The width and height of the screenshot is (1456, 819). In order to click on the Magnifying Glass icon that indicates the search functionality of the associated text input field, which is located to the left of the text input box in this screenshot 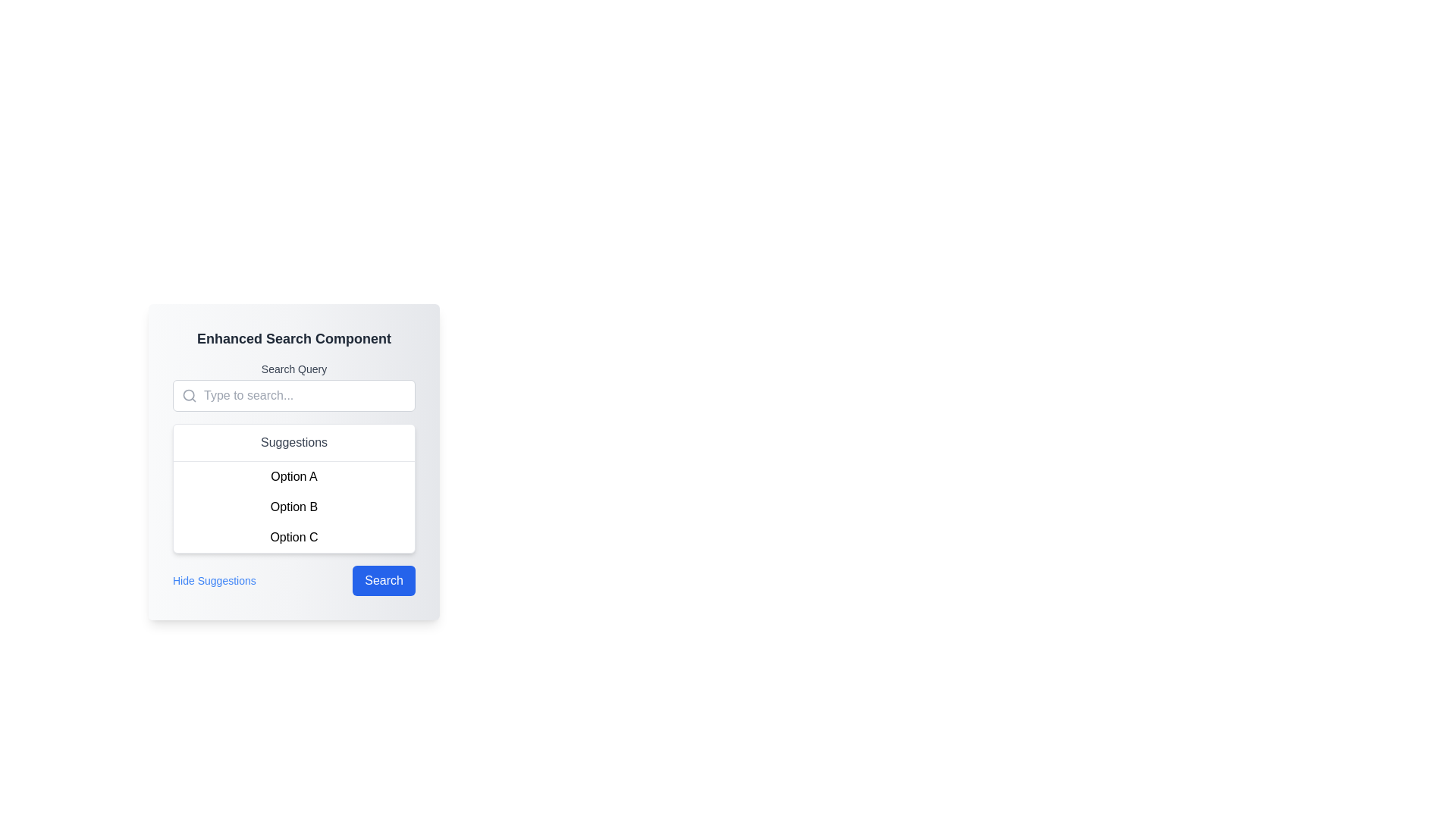, I will do `click(184, 394)`.